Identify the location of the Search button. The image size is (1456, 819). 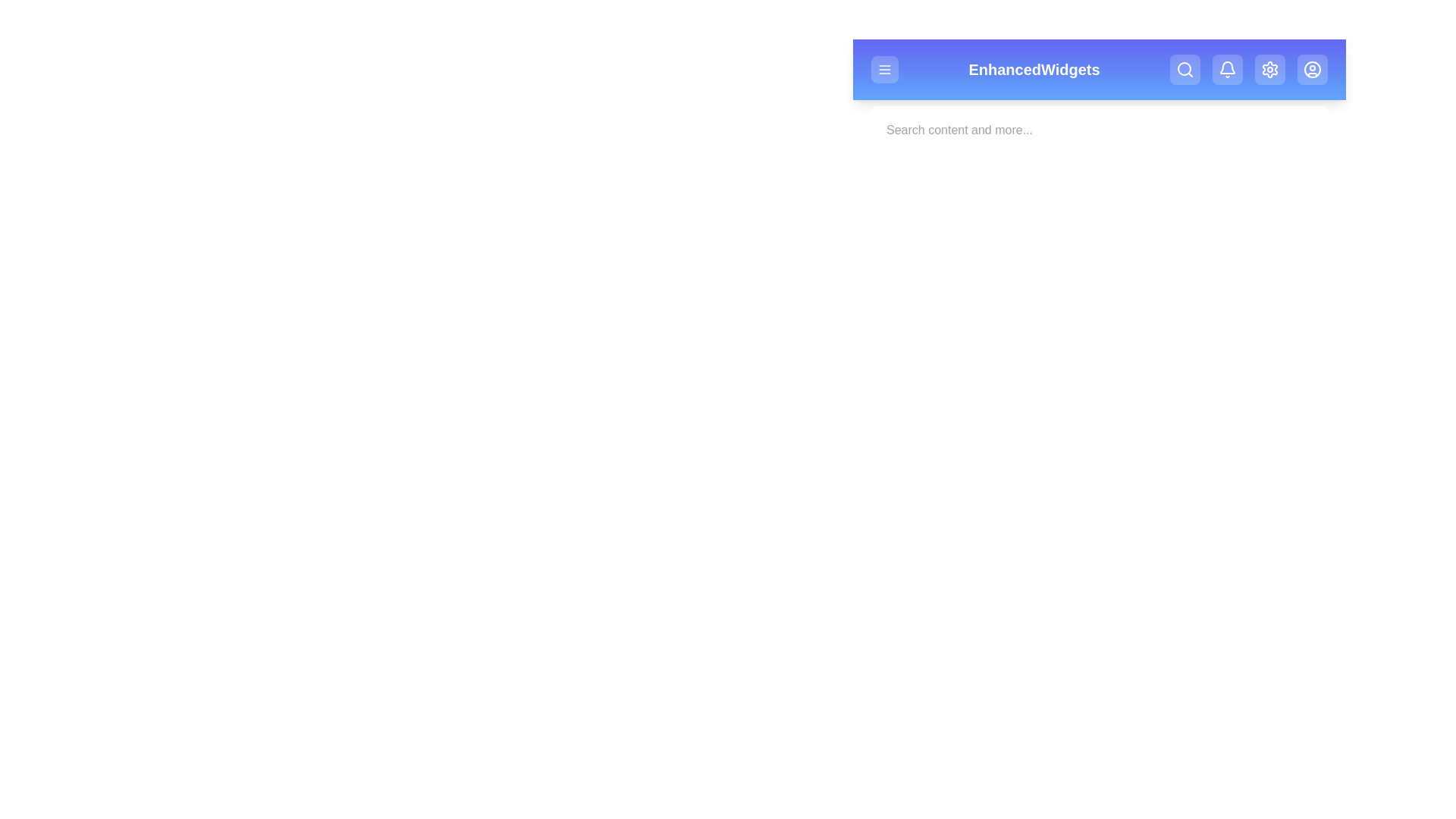
(1185, 70).